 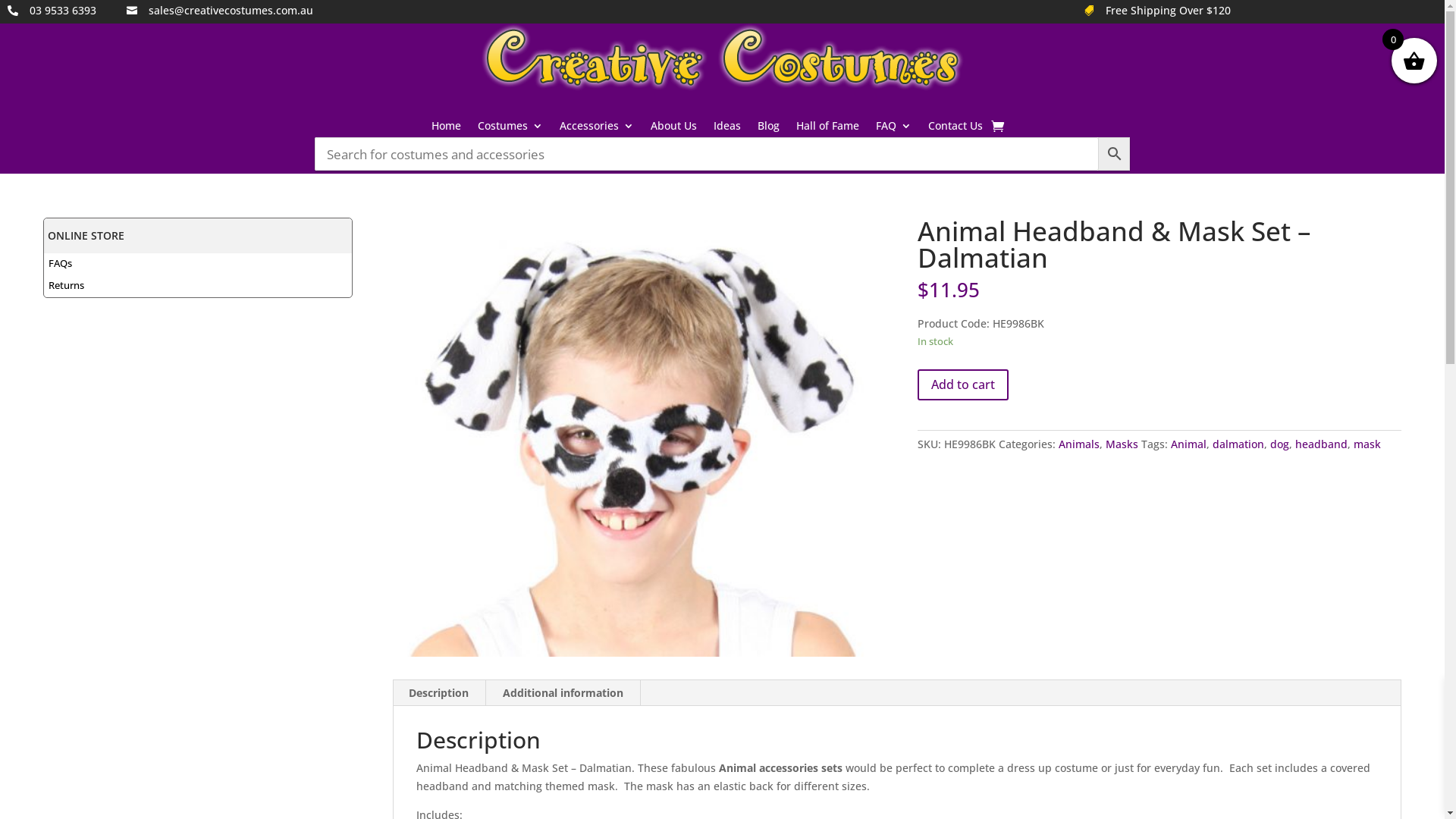 What do you see at coordinates (1170, 444) in the screenshot?
I see `'Animal'` at bounding box center [1170, 444].